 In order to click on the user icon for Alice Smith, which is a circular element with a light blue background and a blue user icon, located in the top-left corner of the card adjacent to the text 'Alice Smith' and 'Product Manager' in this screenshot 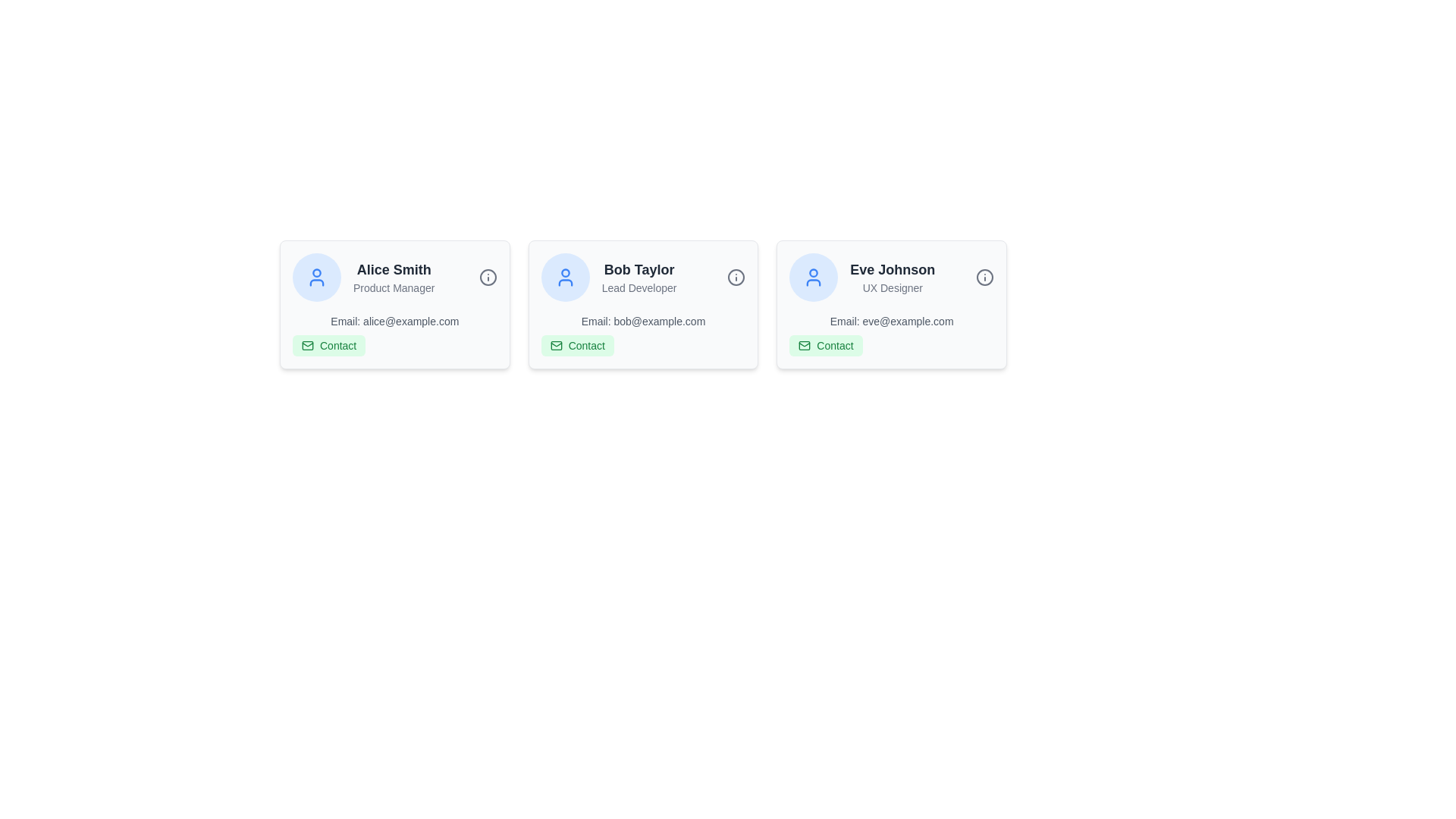, I will do `click(315, 278)`.